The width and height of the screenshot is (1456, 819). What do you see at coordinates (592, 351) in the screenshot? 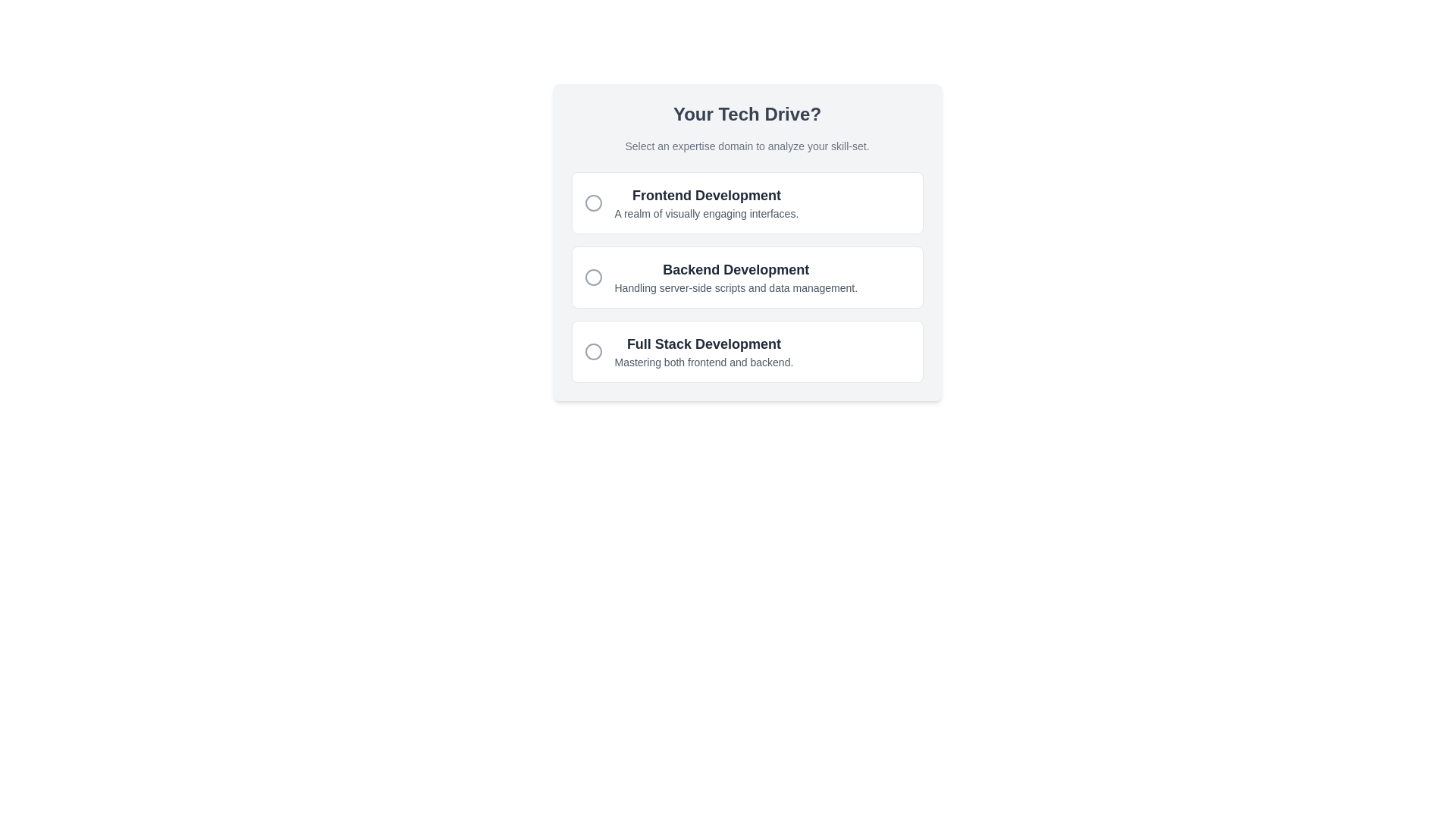
I see `the radio button placeholder for the 'Full Stack Development' option` at bounding box center [592, 351].